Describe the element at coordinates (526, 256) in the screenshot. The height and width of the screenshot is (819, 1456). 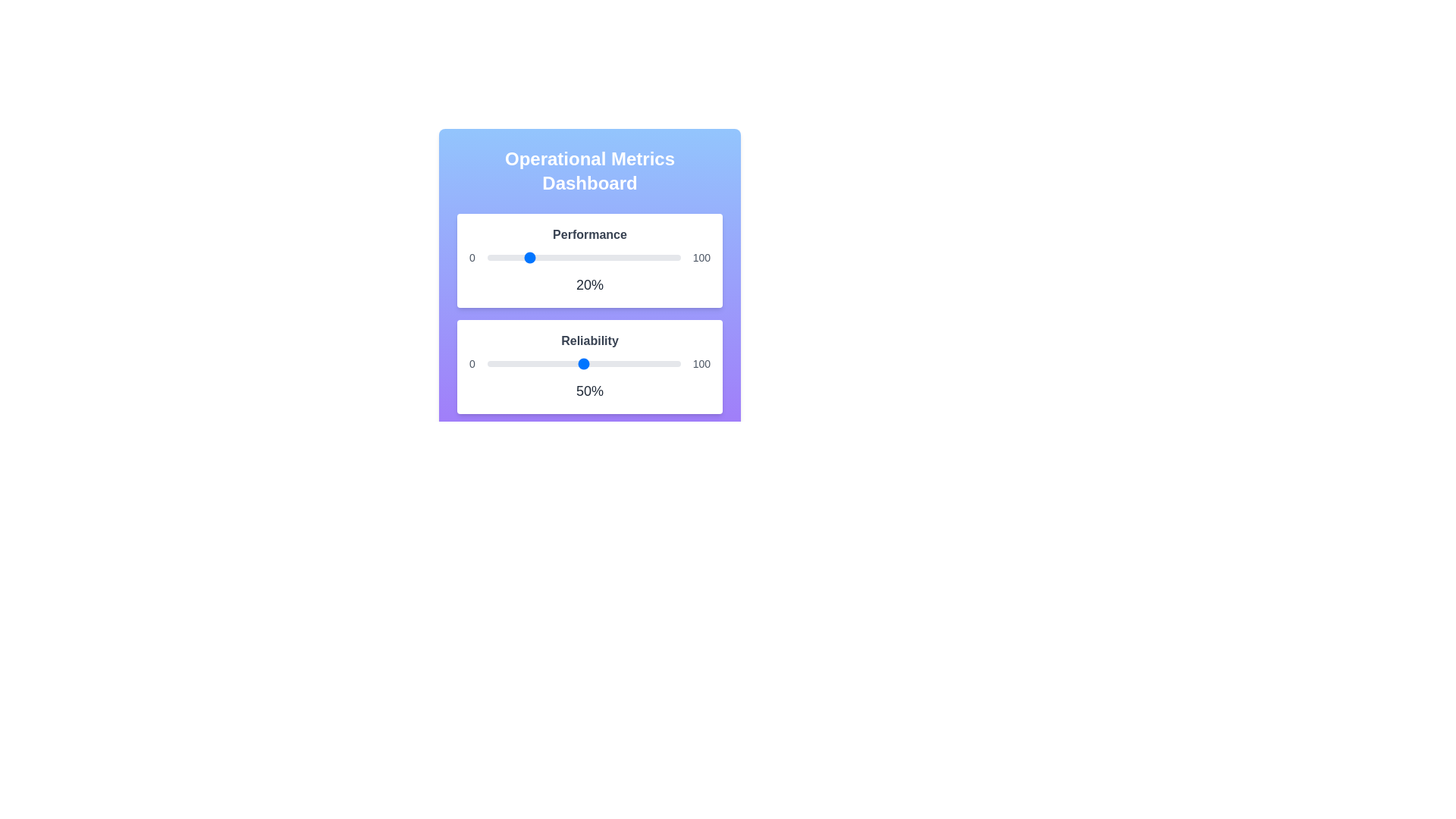
I see `the slider value` at that location.